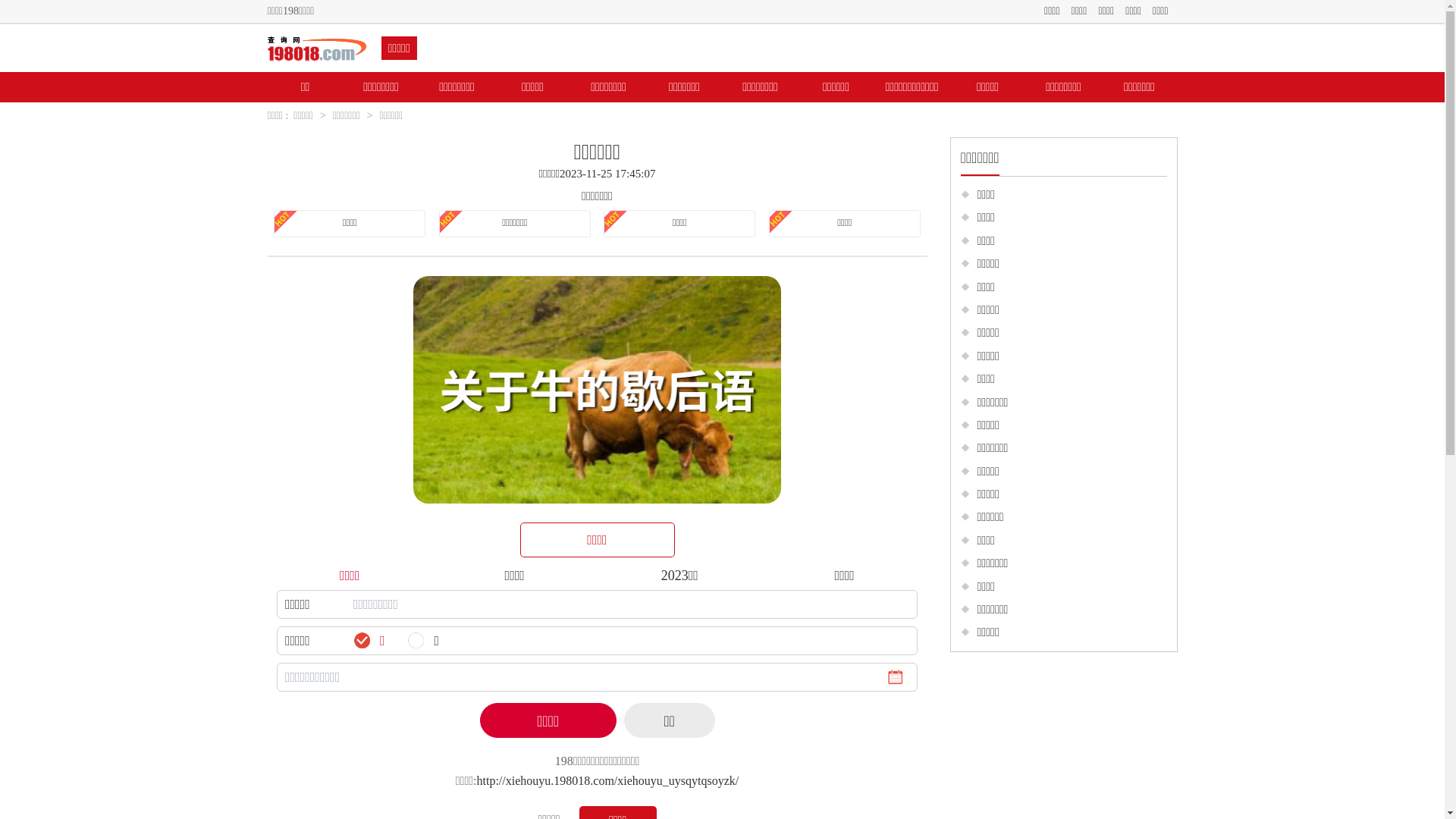 This screenshot has height=819, width=1456. I want to click on 'http://xiehouyu.198018.com/xiehouyu_uysqytqsoyzk/', so click(607, 780).